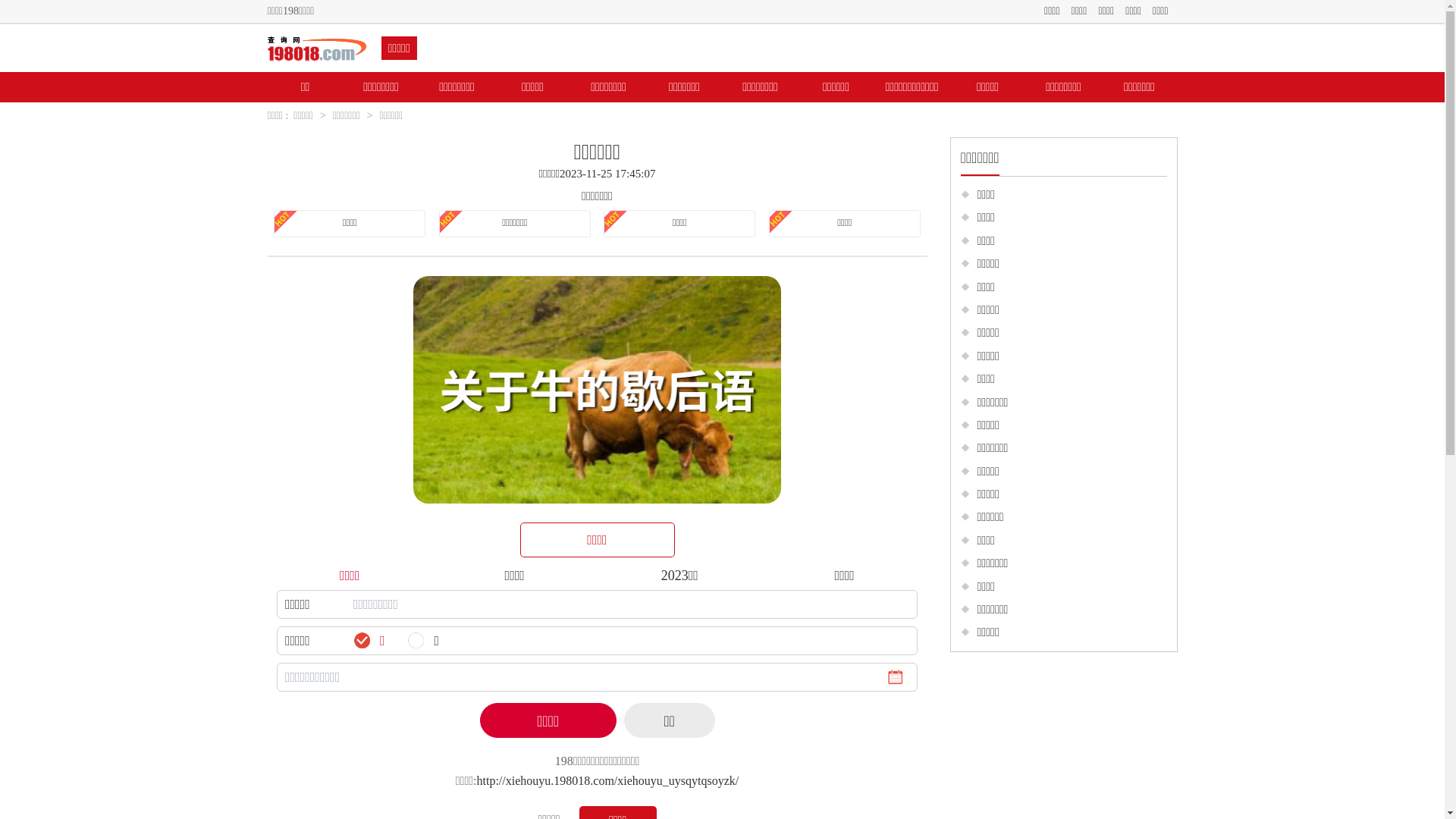 This screenshot has height=819, width=1456. I want to click on 'http://xiehouyu.198018.com/xiehouyu_uysqytqsoyzk/', so click(607, 780).